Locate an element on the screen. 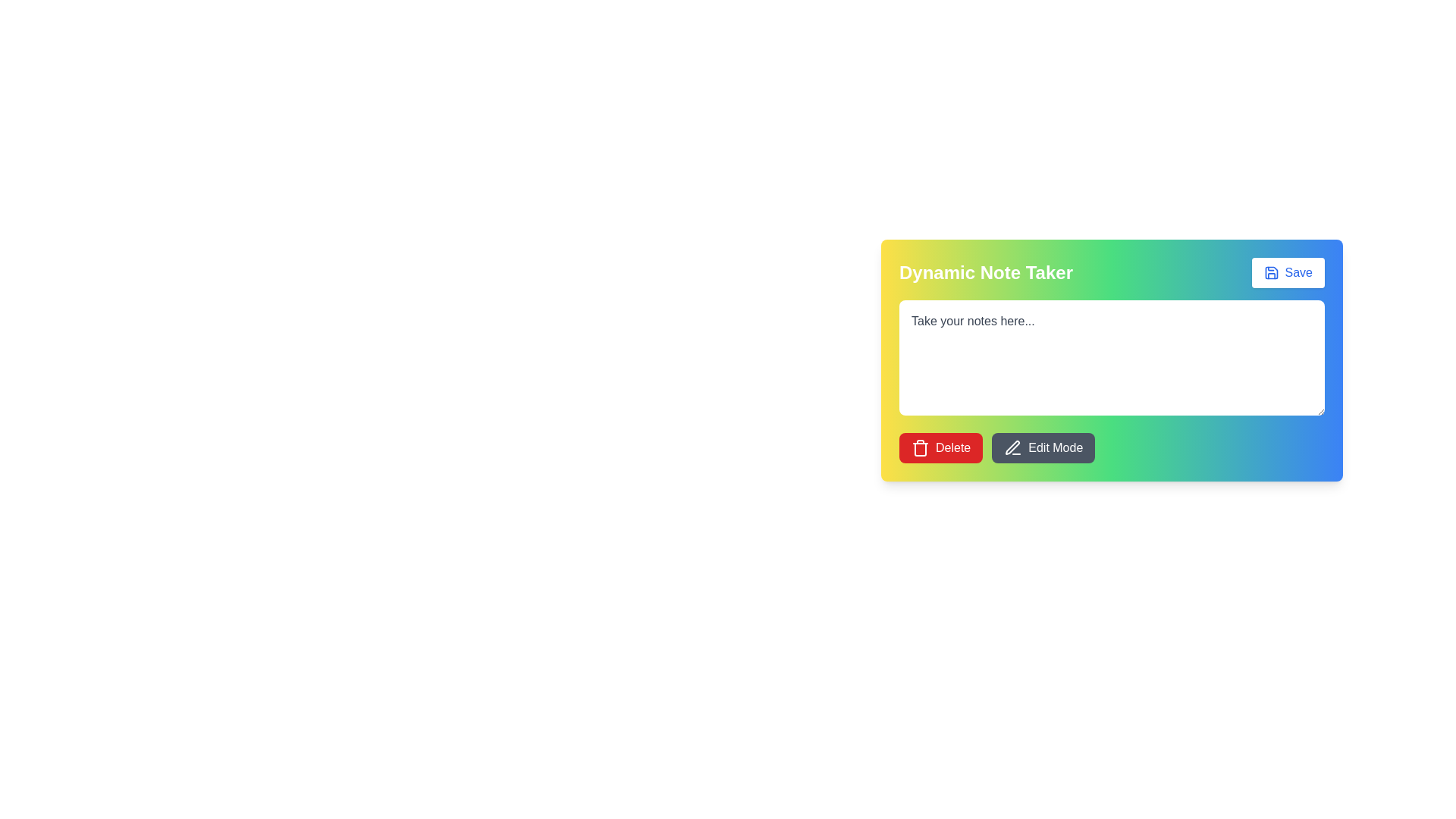  the 'Edit Mode' text label in the dark gray button is located at coordinates (1055, 447).